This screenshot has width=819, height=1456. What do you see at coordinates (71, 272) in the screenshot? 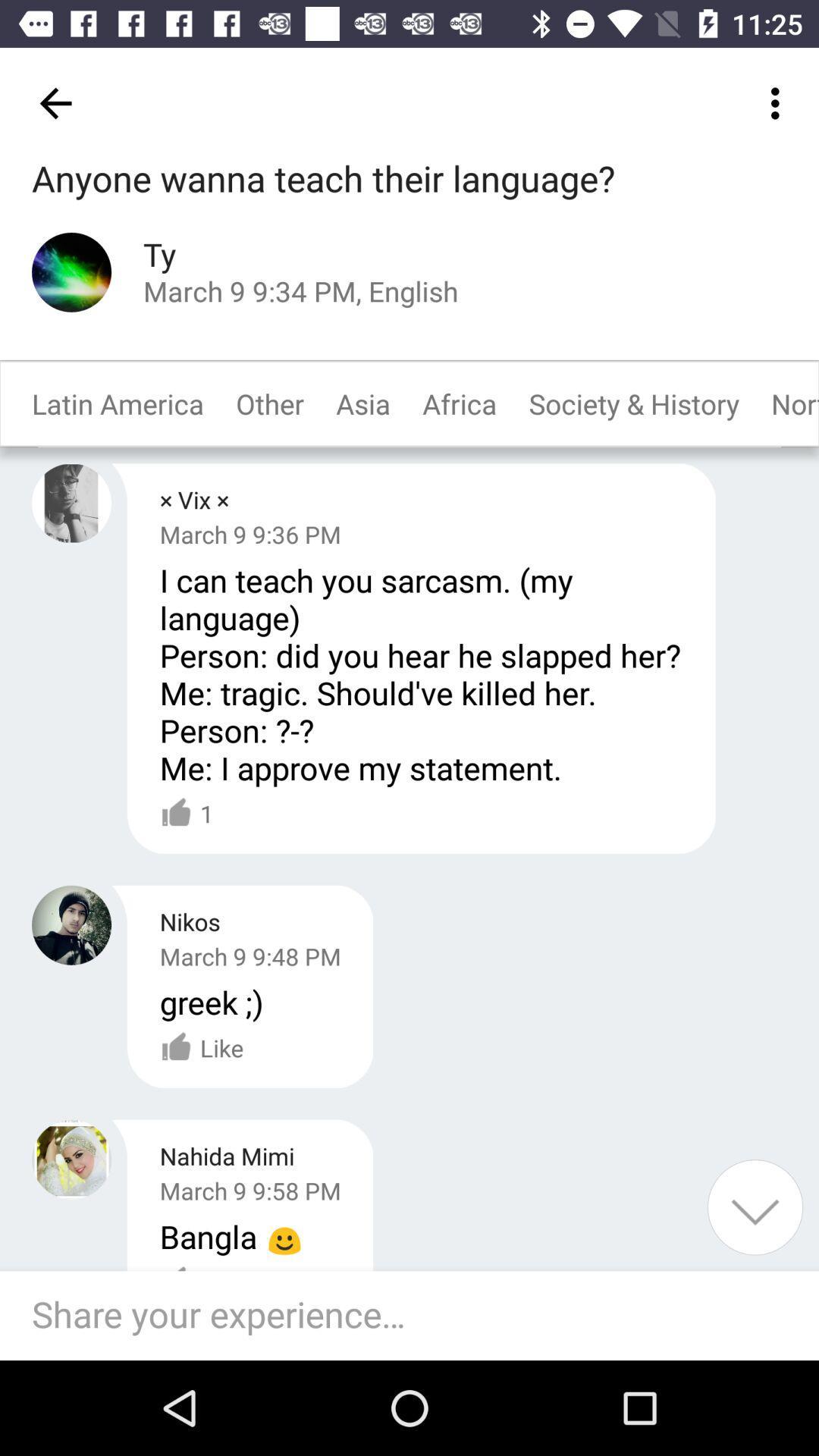
I see `user avatar` at bounding box center [71, 272].